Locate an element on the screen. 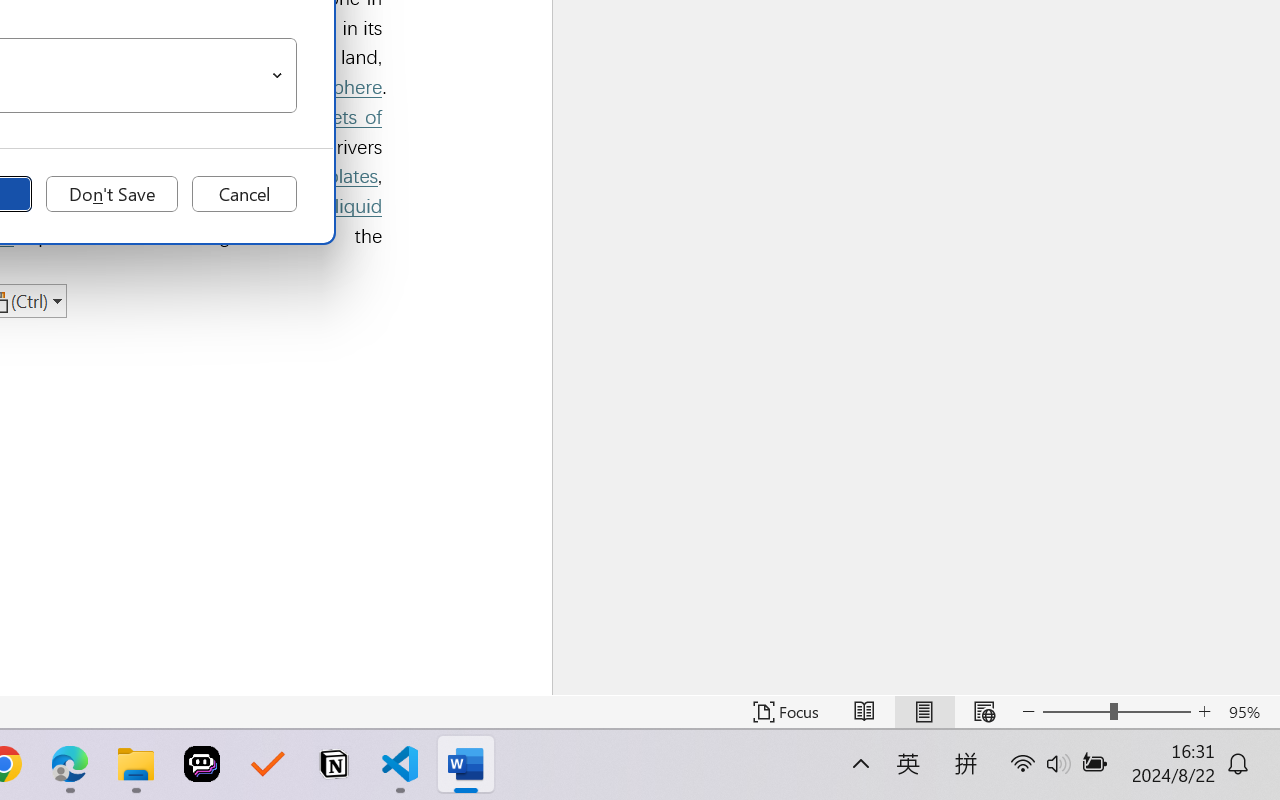 The width and height of the screenshot is (1280, 800). 'Cancel' is located at coordinates (243, 193).